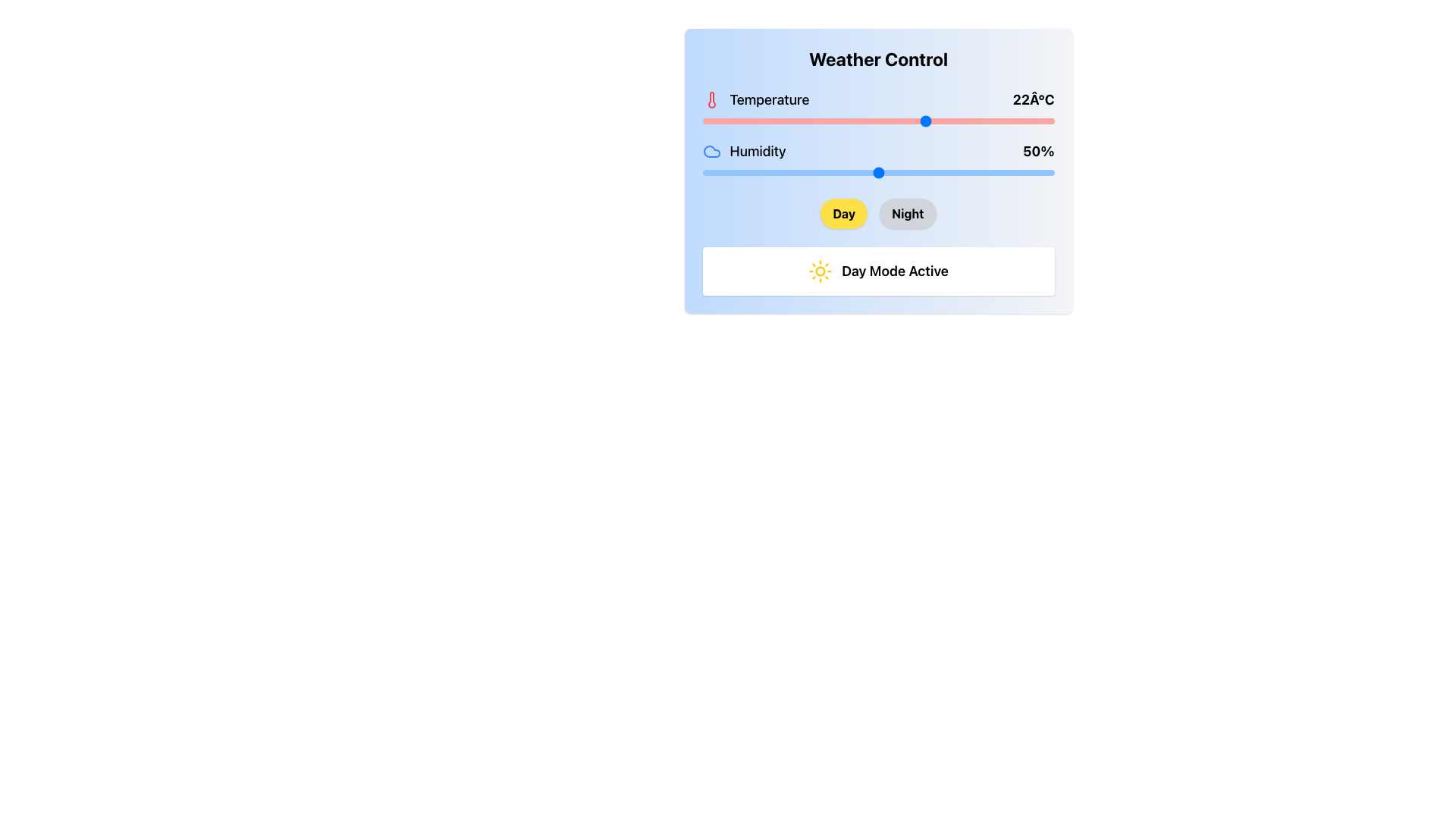 The image size is (1456, 819). Describe the element at coordinates (927, 120) in the screenshot. I see `the temperature` at that location.